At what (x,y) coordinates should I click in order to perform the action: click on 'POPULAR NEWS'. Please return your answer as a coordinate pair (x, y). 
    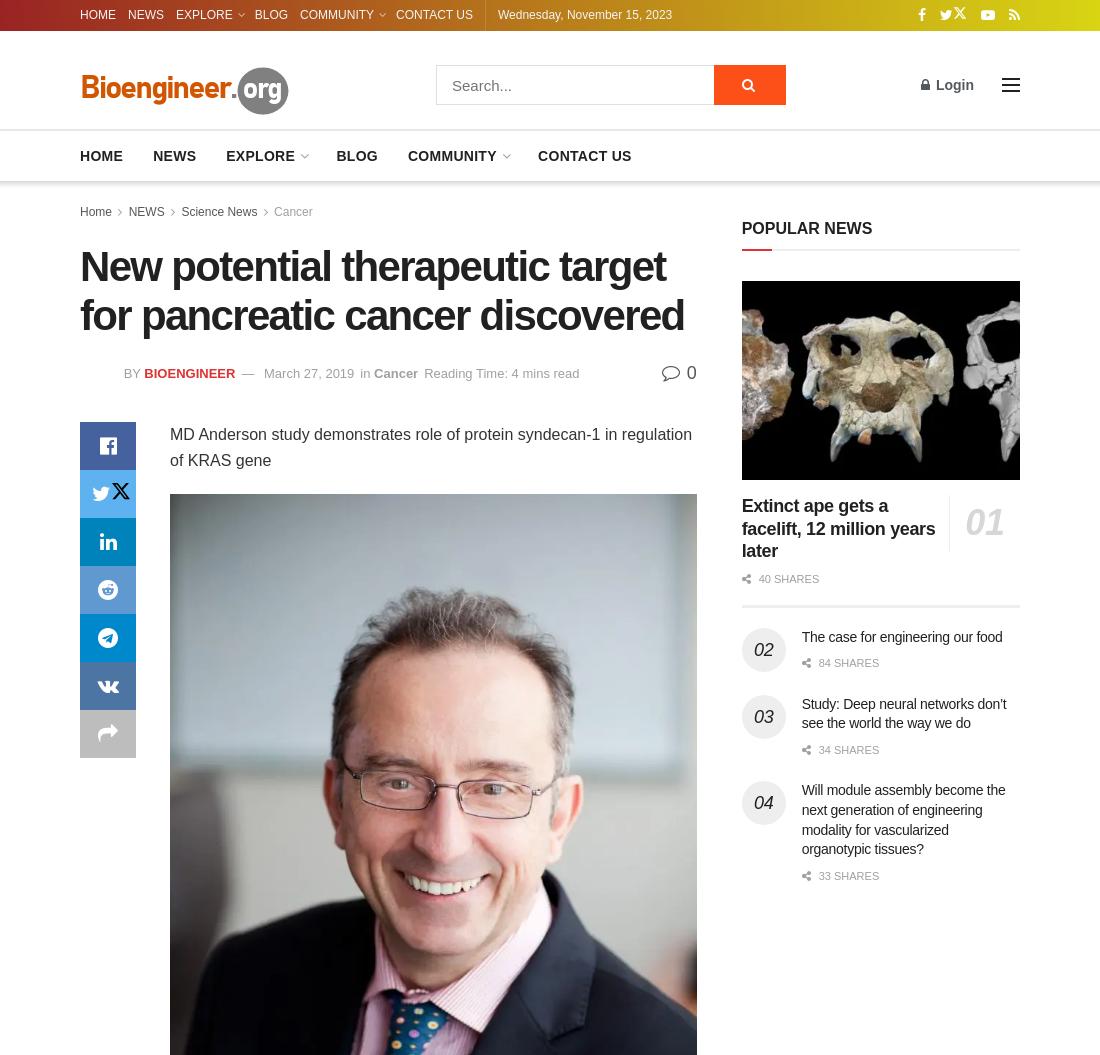
    Looking at the image, I should click on (806, 227).